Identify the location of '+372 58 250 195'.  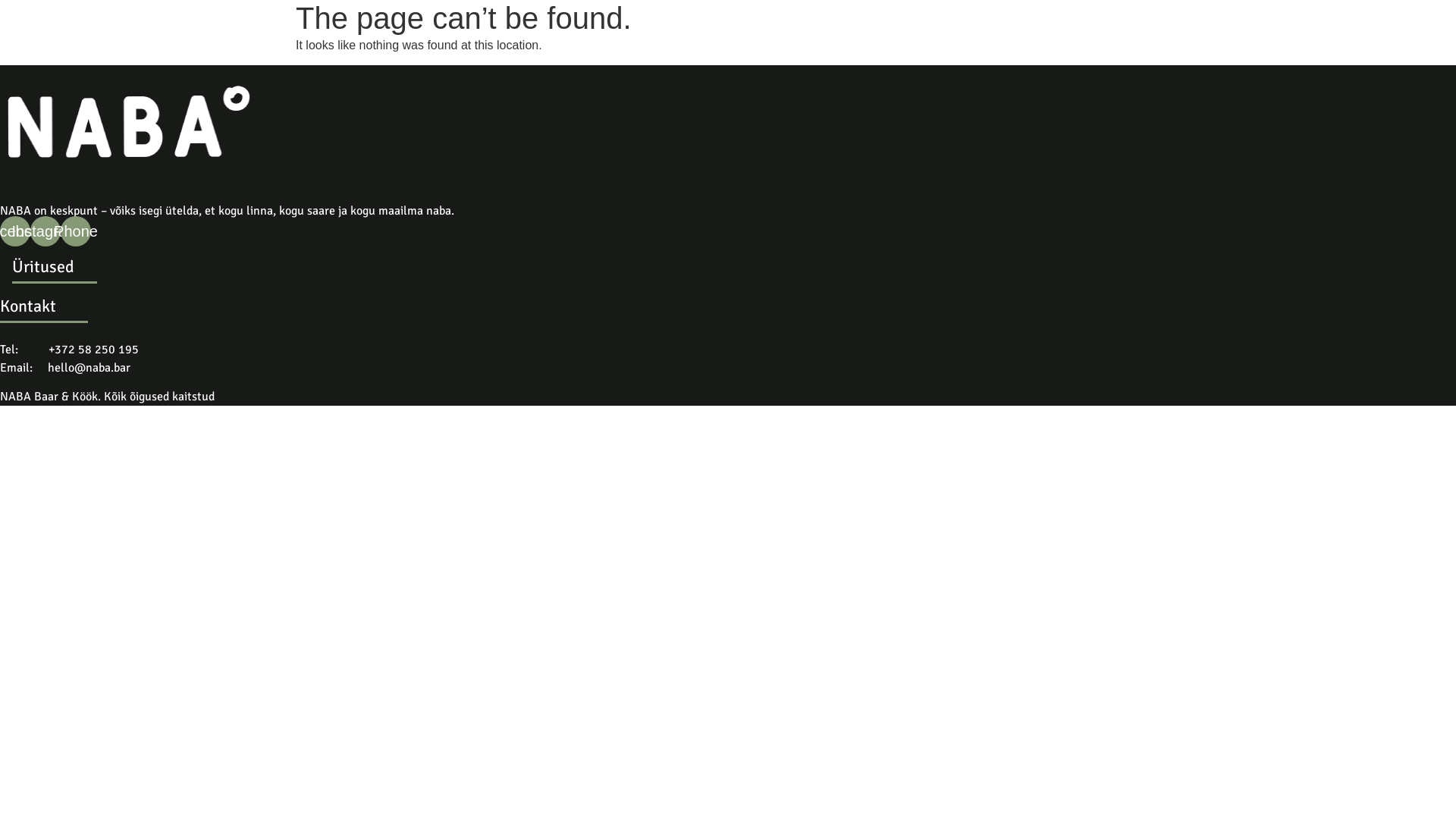
(93, 350).